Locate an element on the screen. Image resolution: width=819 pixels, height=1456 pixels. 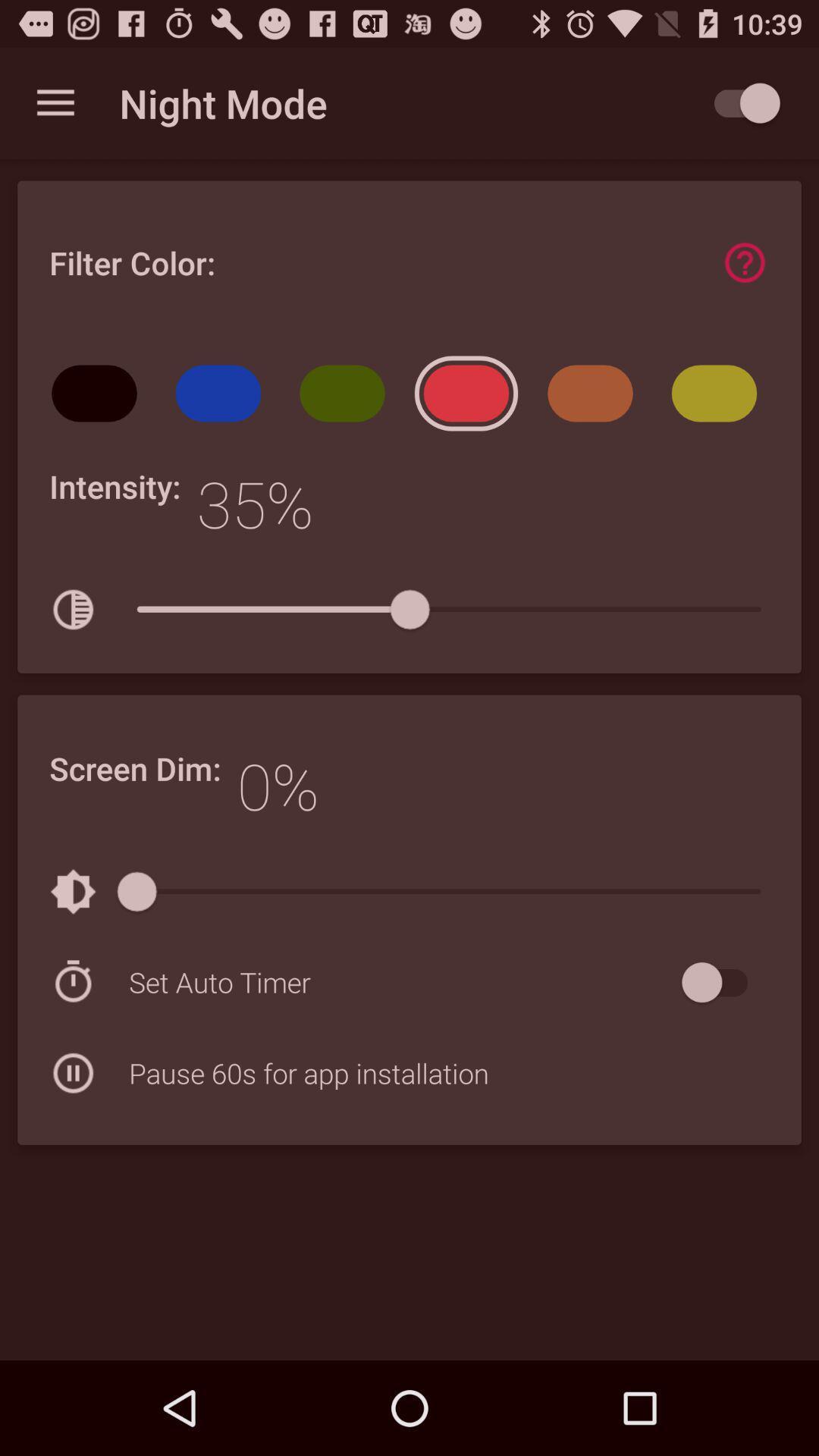
the item to the right of filter color: item is located at coordinates (744, 262).